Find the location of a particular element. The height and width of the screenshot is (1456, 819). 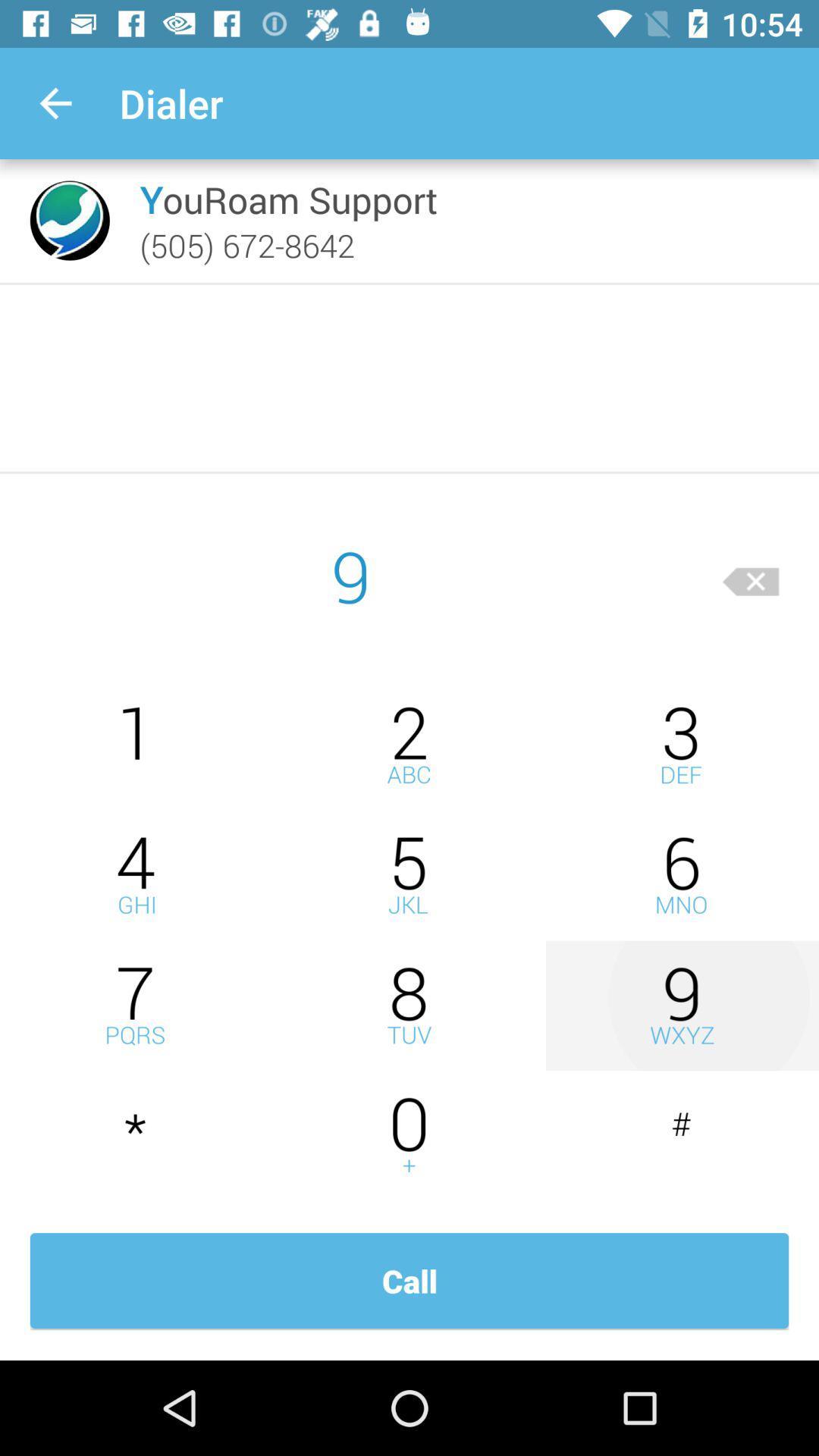

dial star is located at coordinates (136, 1136).